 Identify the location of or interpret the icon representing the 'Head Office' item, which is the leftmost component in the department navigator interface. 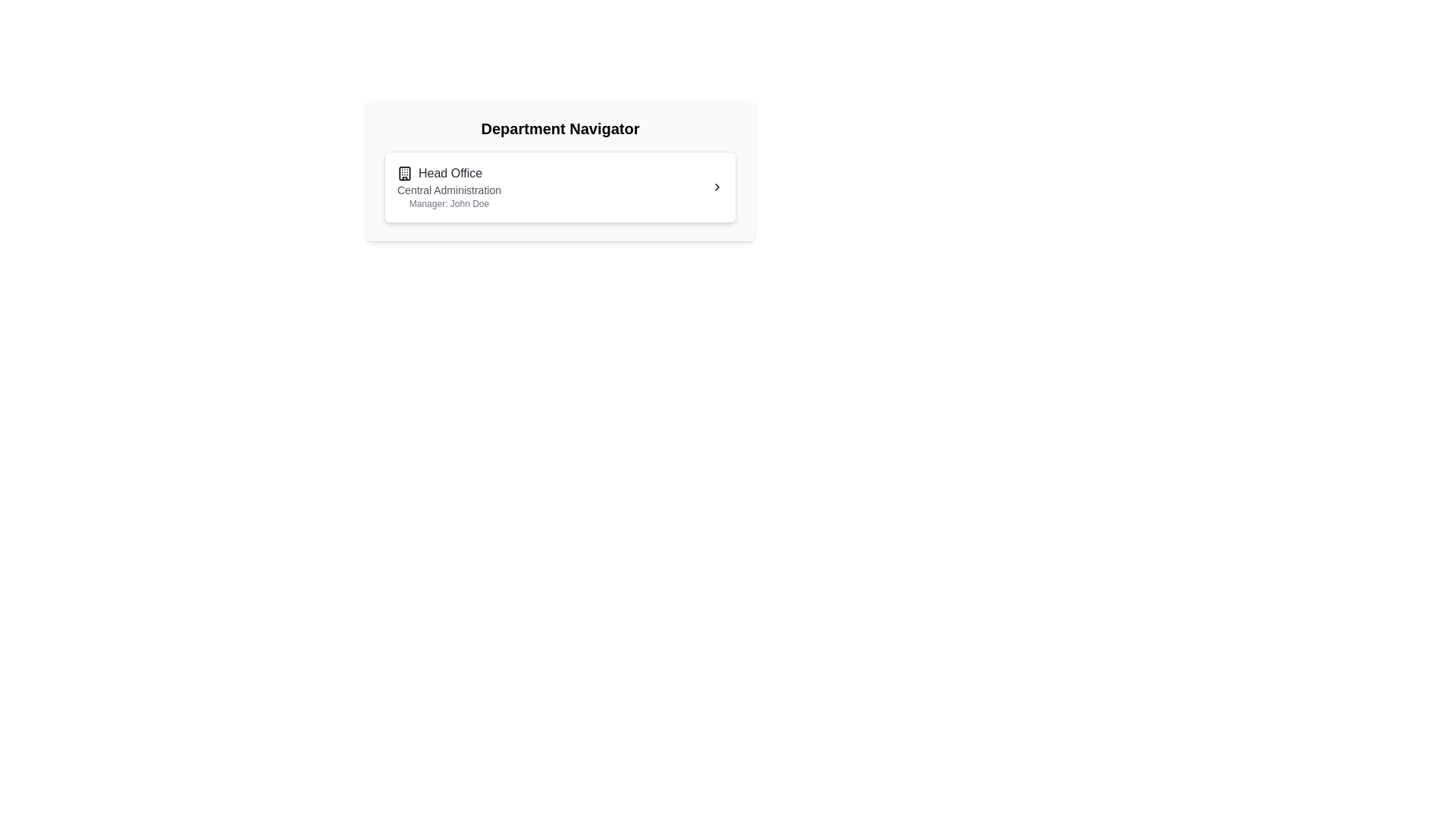
(404, 172).